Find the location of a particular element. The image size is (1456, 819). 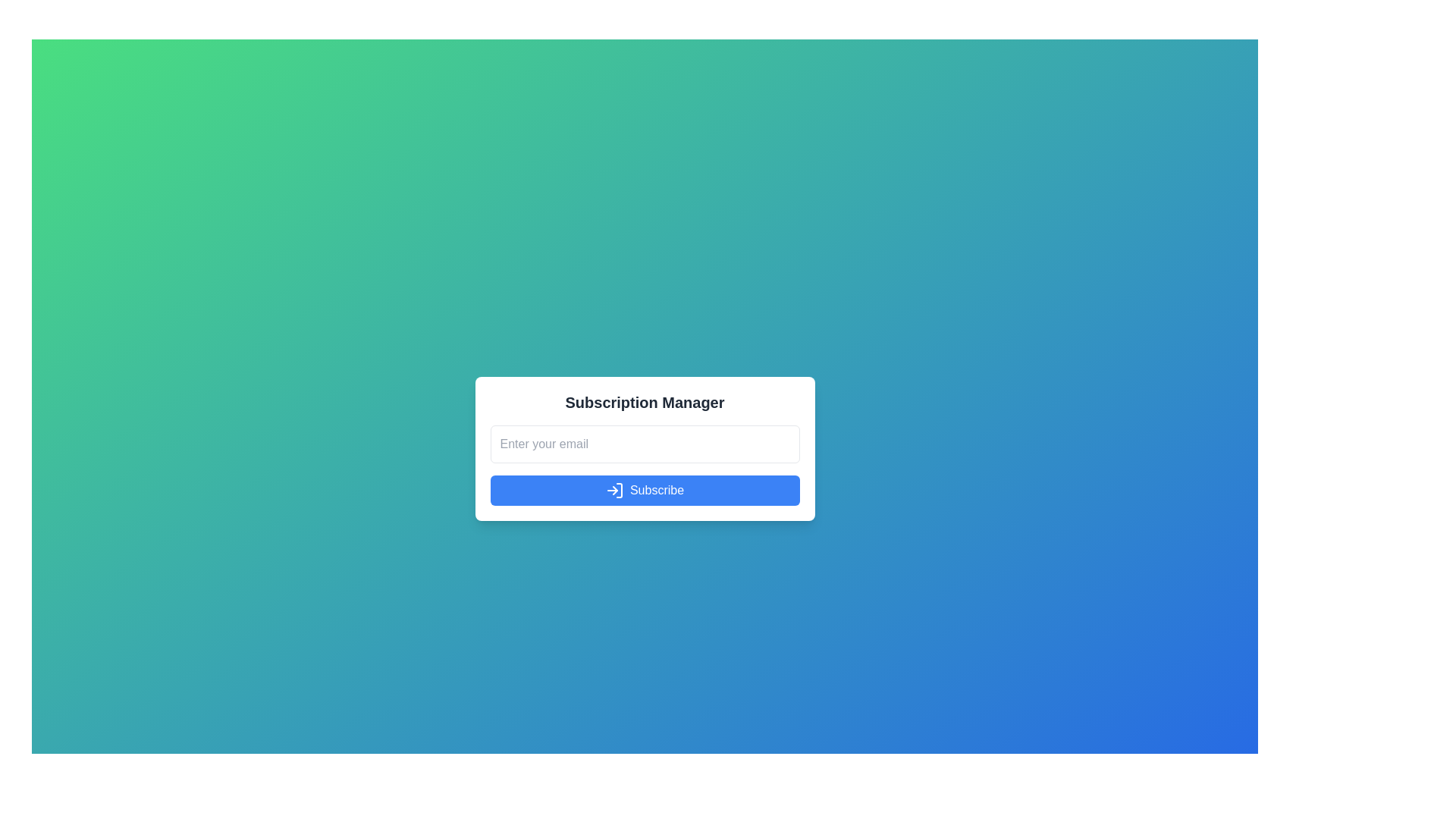

the blue 'Subscribe' button featuring a login arrow icon on the left to observe the hover effects is located at coordinates (645, 491).